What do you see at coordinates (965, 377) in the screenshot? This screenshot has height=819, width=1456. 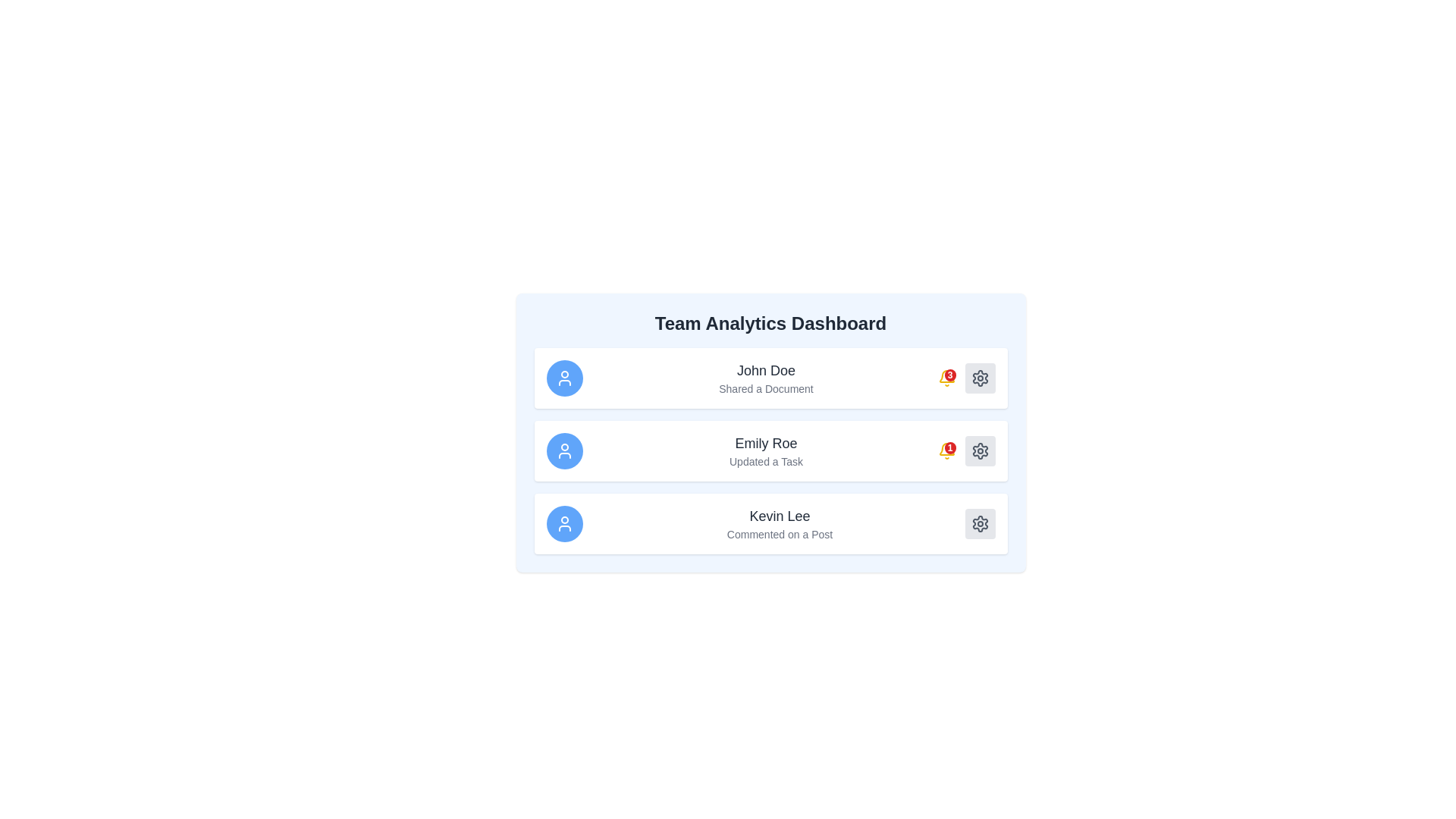 I see `the Notification Badge that displays the number of notifications related to user activity adjacent to the 'John Doe Shared a Document' entry in the Team Analytics Dashboard` at bounding box center [965, 377].